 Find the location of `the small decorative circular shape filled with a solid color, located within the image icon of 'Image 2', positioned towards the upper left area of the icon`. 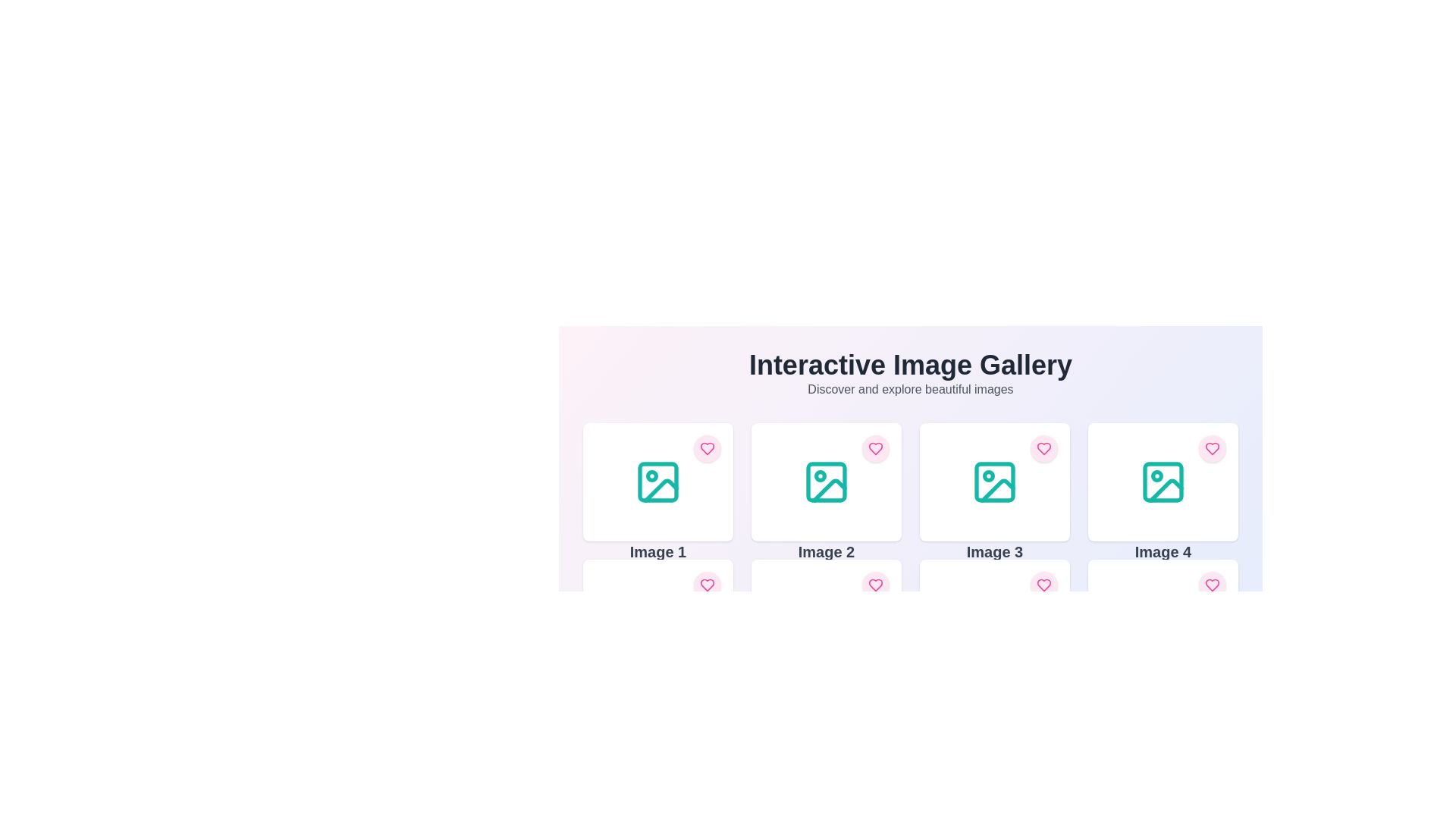

the small decorative circular shape filled with a solid color, located within the image icon of 'Image 2', positioned towards the upper left area of the icon is located at coordinates (819, 475).